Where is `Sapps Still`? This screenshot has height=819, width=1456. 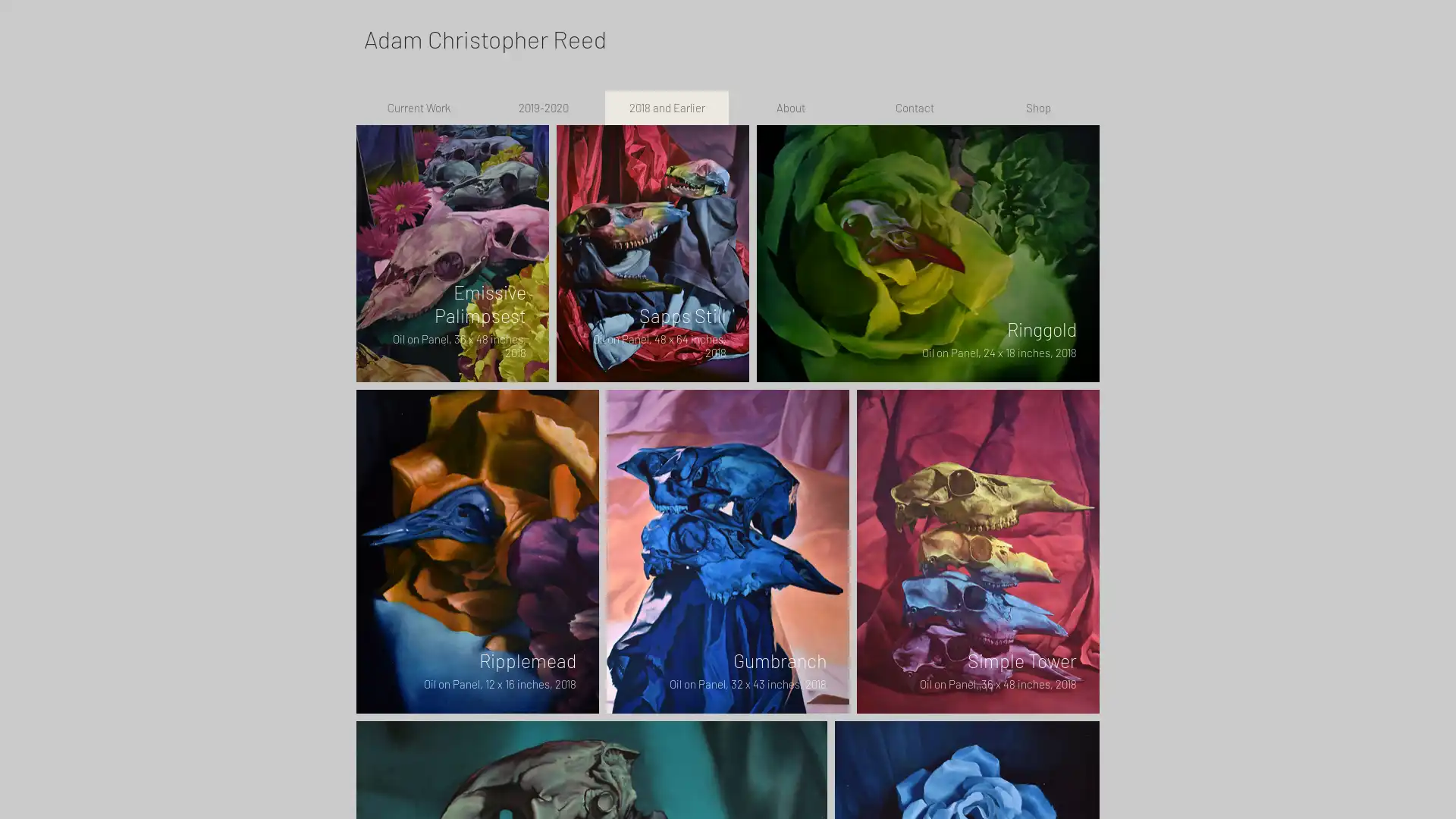 Sapps Still is located at coordinates (652, 253).